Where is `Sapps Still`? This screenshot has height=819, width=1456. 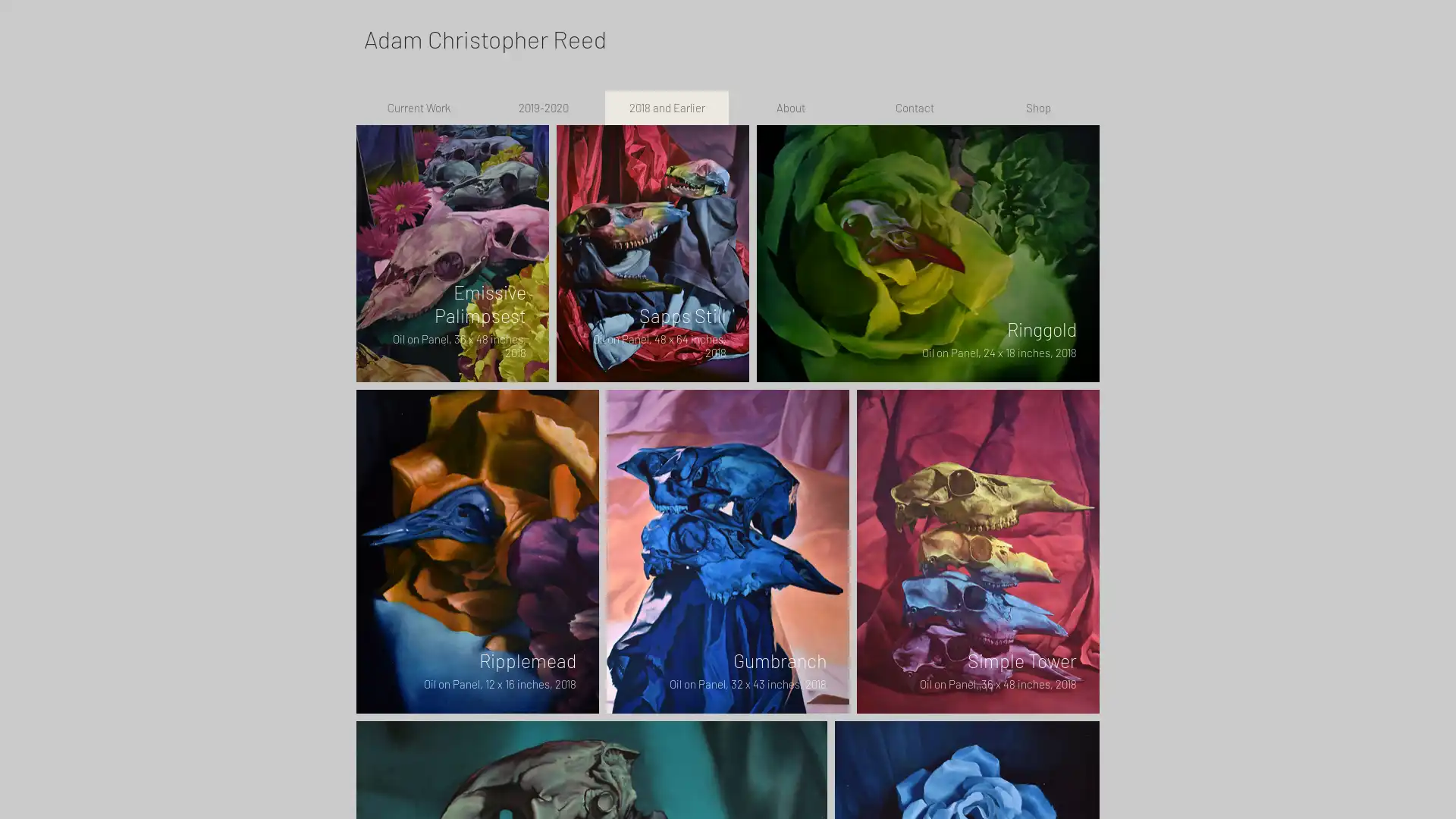 Sapps Still is located at coordinates (652, 253).